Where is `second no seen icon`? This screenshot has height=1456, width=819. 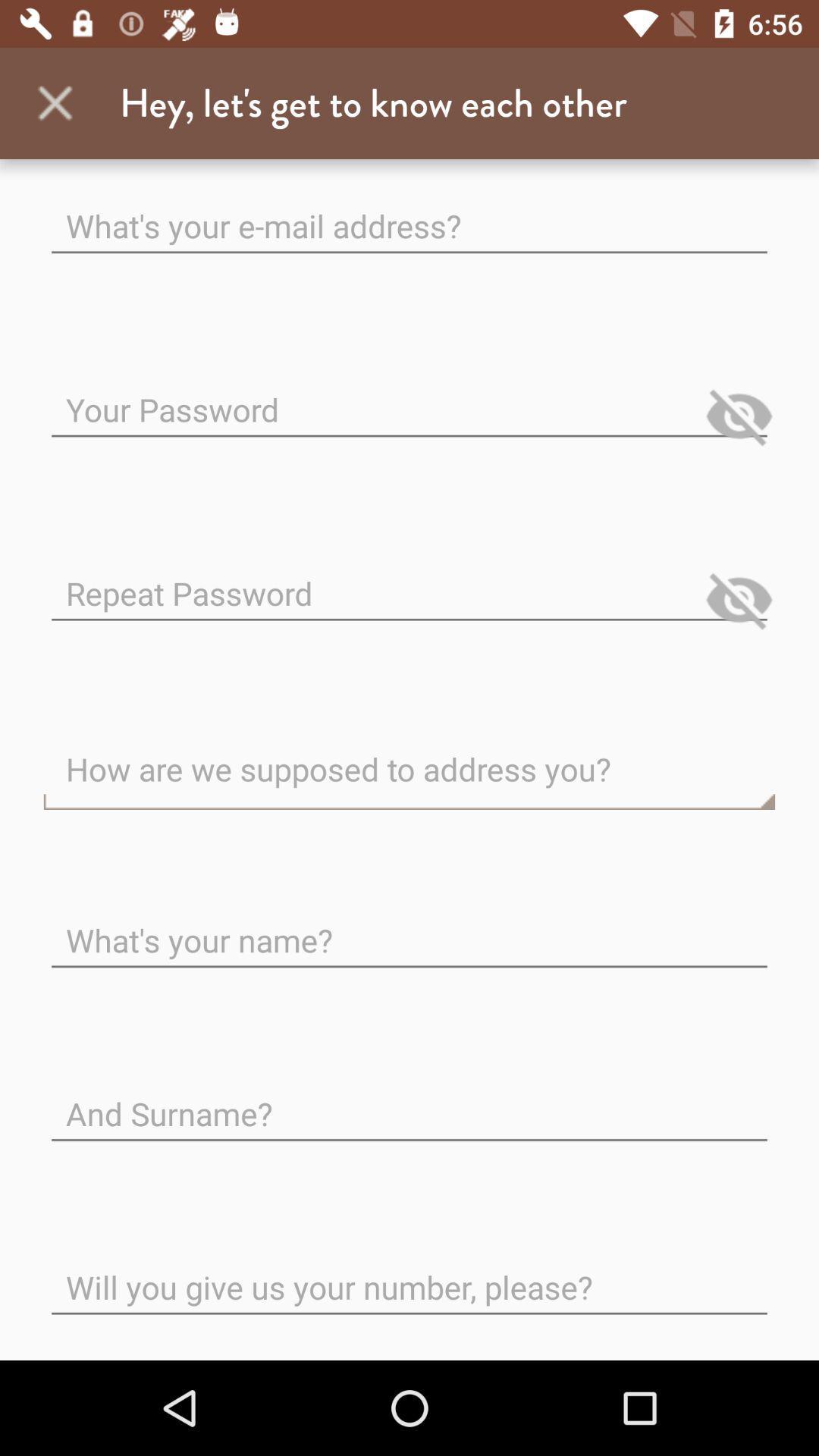 second no seen icon is located at coordinates (739, 599).